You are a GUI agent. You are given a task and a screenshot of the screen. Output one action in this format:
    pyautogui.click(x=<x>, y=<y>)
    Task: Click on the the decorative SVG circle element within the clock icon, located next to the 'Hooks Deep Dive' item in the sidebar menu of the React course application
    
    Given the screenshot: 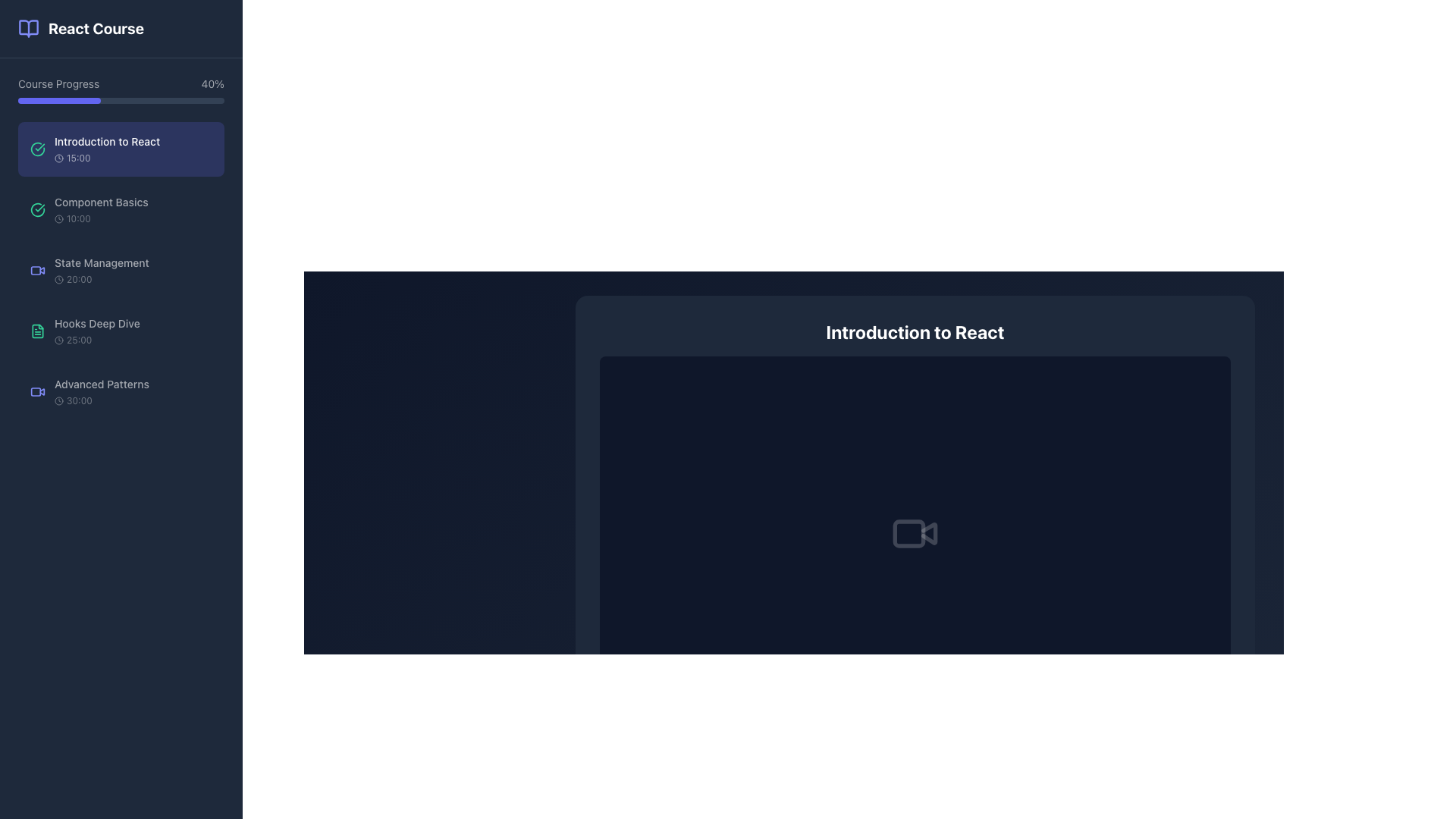 What is the action you would take?
    pyautogui.click(x=58, y=339)
    